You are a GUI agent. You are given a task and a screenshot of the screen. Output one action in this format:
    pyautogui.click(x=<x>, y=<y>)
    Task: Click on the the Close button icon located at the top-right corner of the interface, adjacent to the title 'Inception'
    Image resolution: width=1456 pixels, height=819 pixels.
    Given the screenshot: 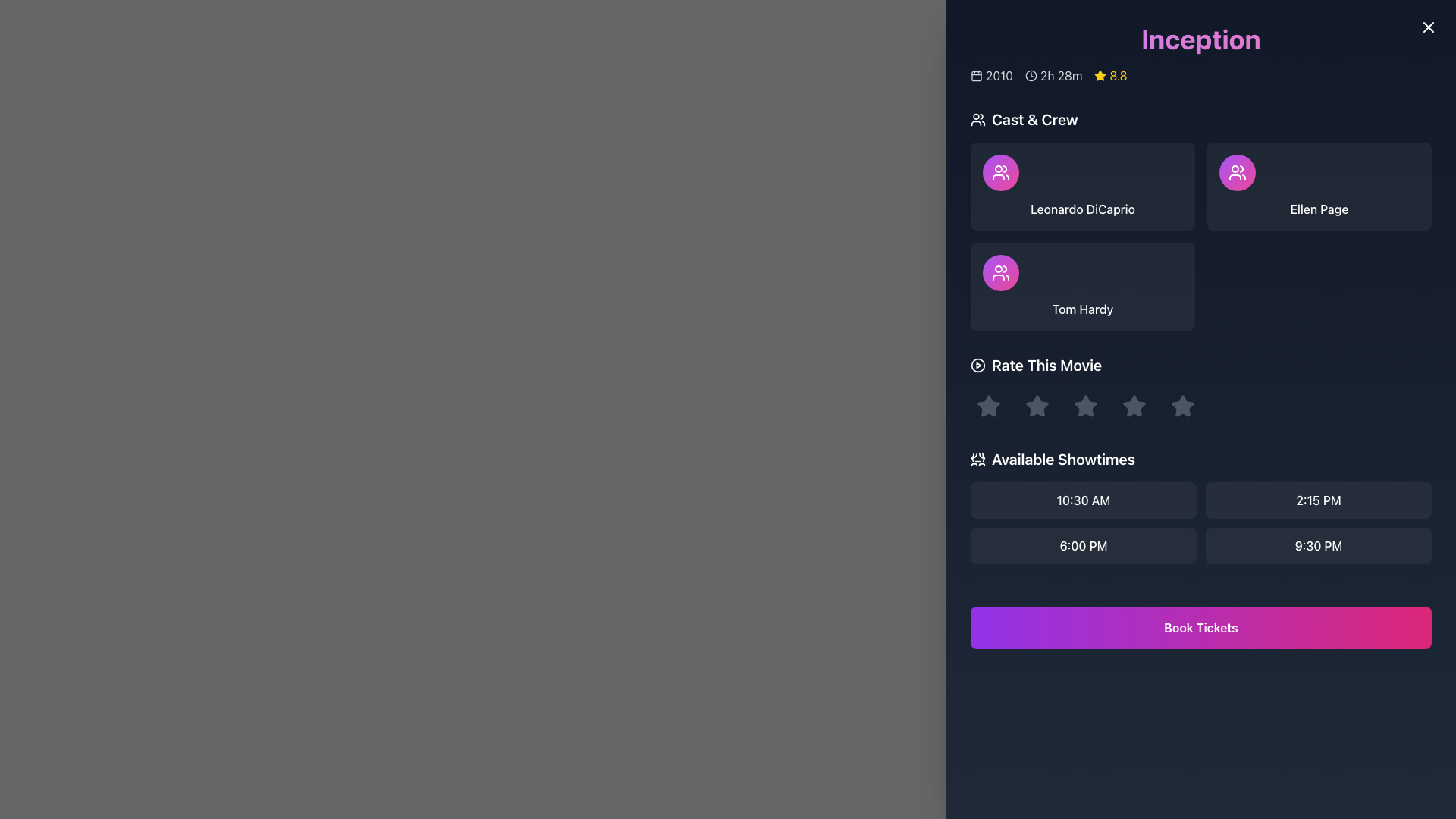 What is the action you would take?
    pyautogui.click(x=1427, y=27)
    